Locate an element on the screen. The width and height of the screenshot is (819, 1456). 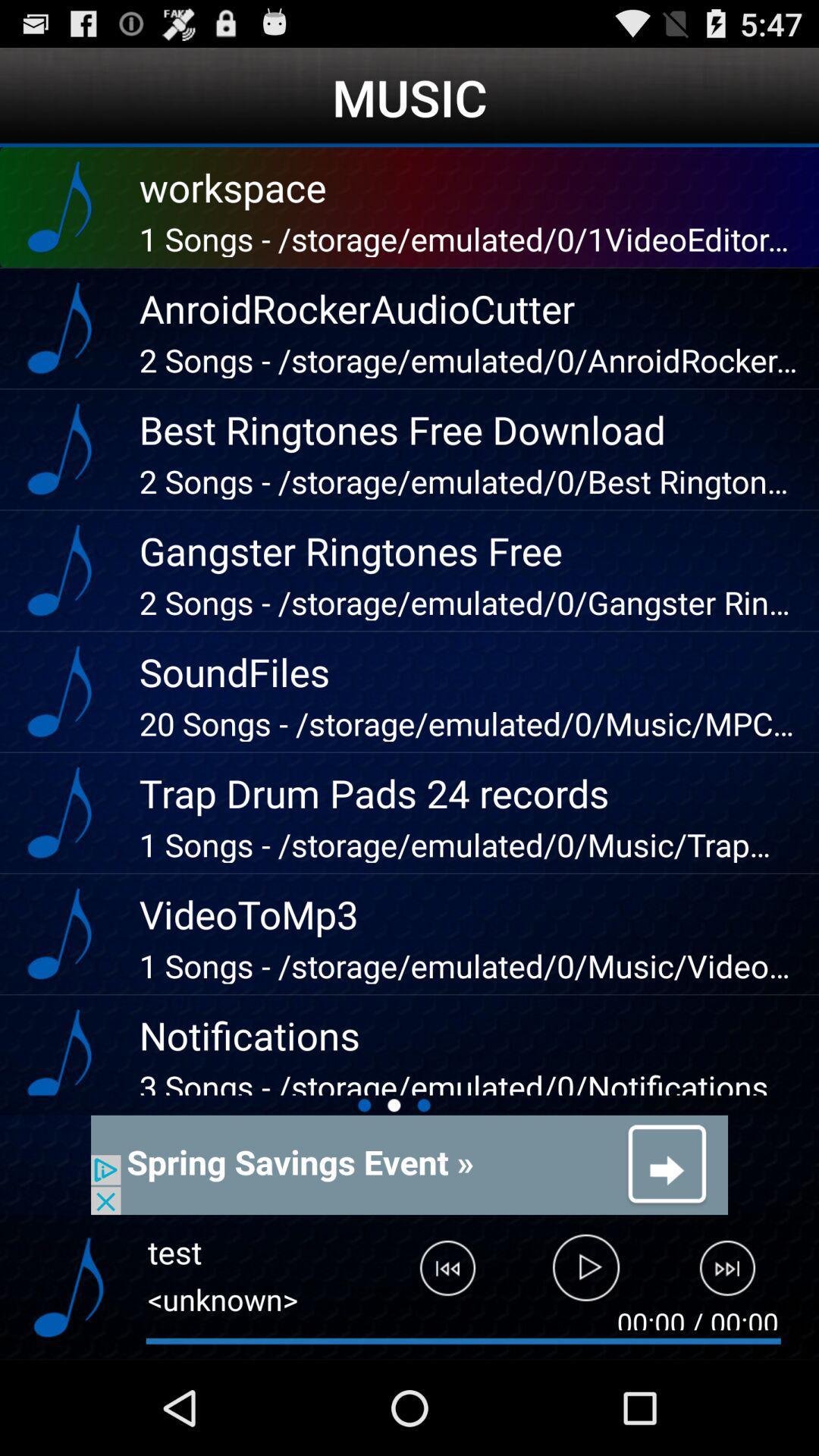
click previous play button is located at coordinates (436, 1274).